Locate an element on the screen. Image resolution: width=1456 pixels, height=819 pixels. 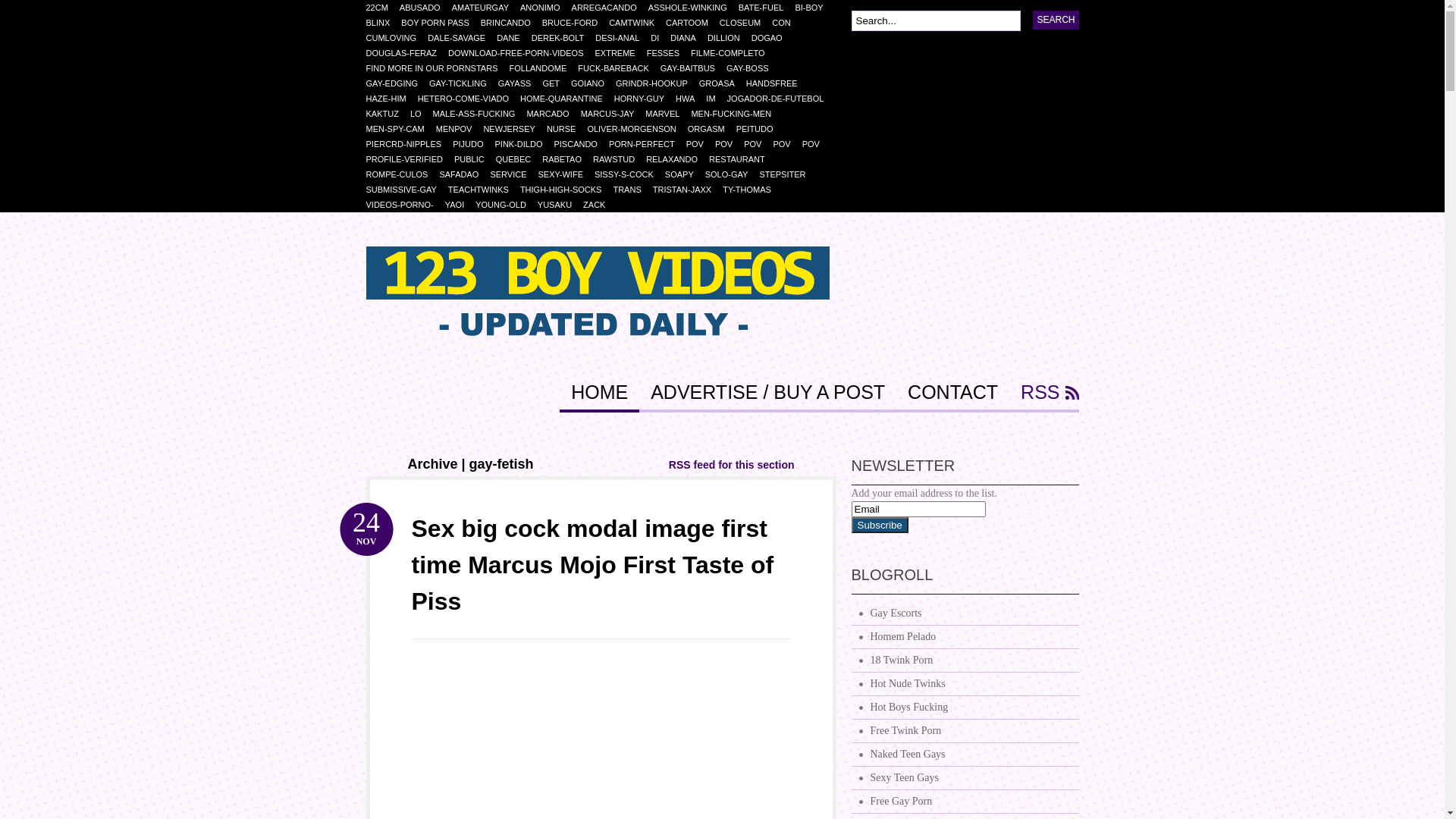
'PROFILE-VERIFIED' is located at coordinates (409, 158).